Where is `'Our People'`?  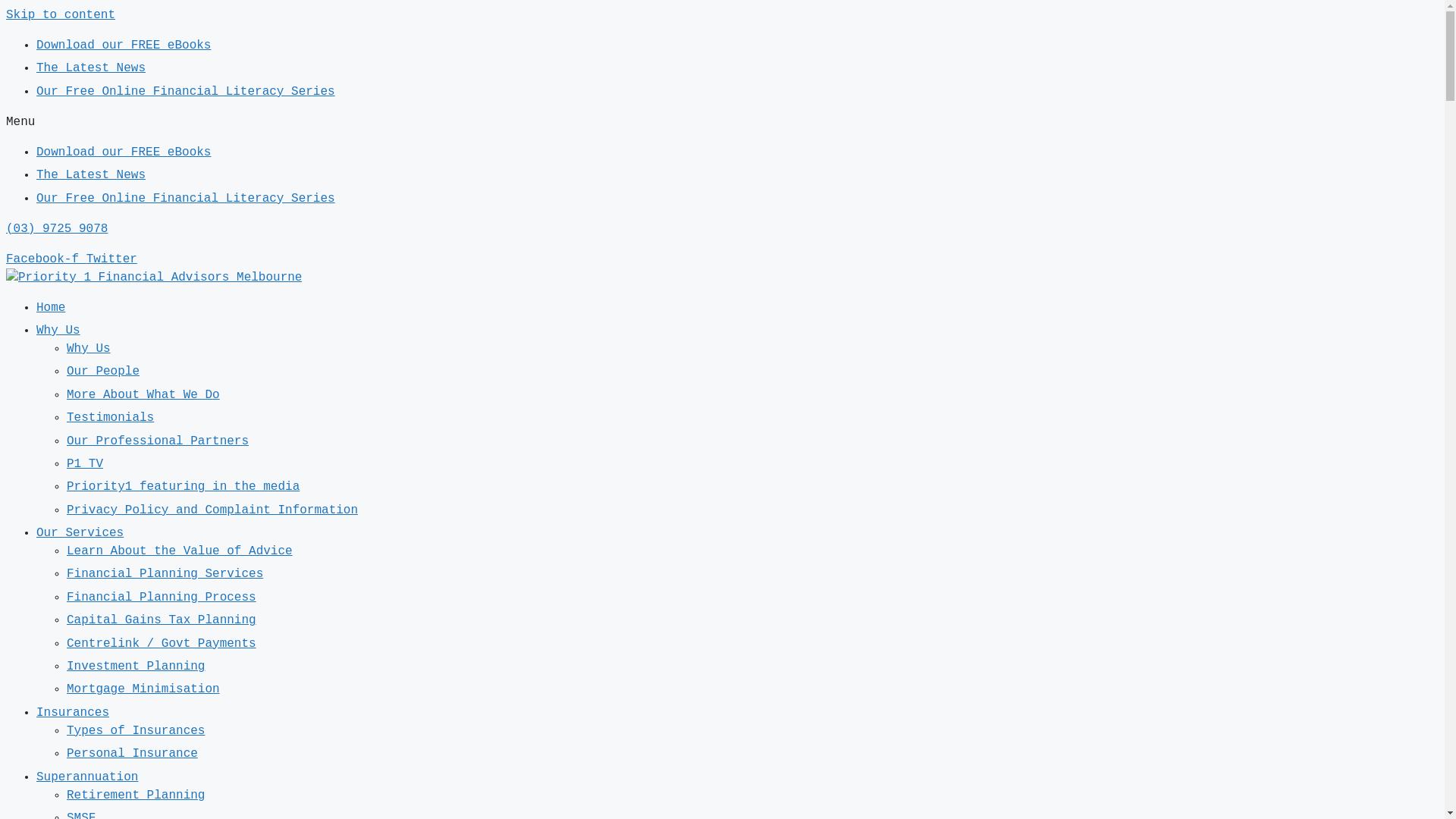
'Our People' is located at coordinates (102, 371).